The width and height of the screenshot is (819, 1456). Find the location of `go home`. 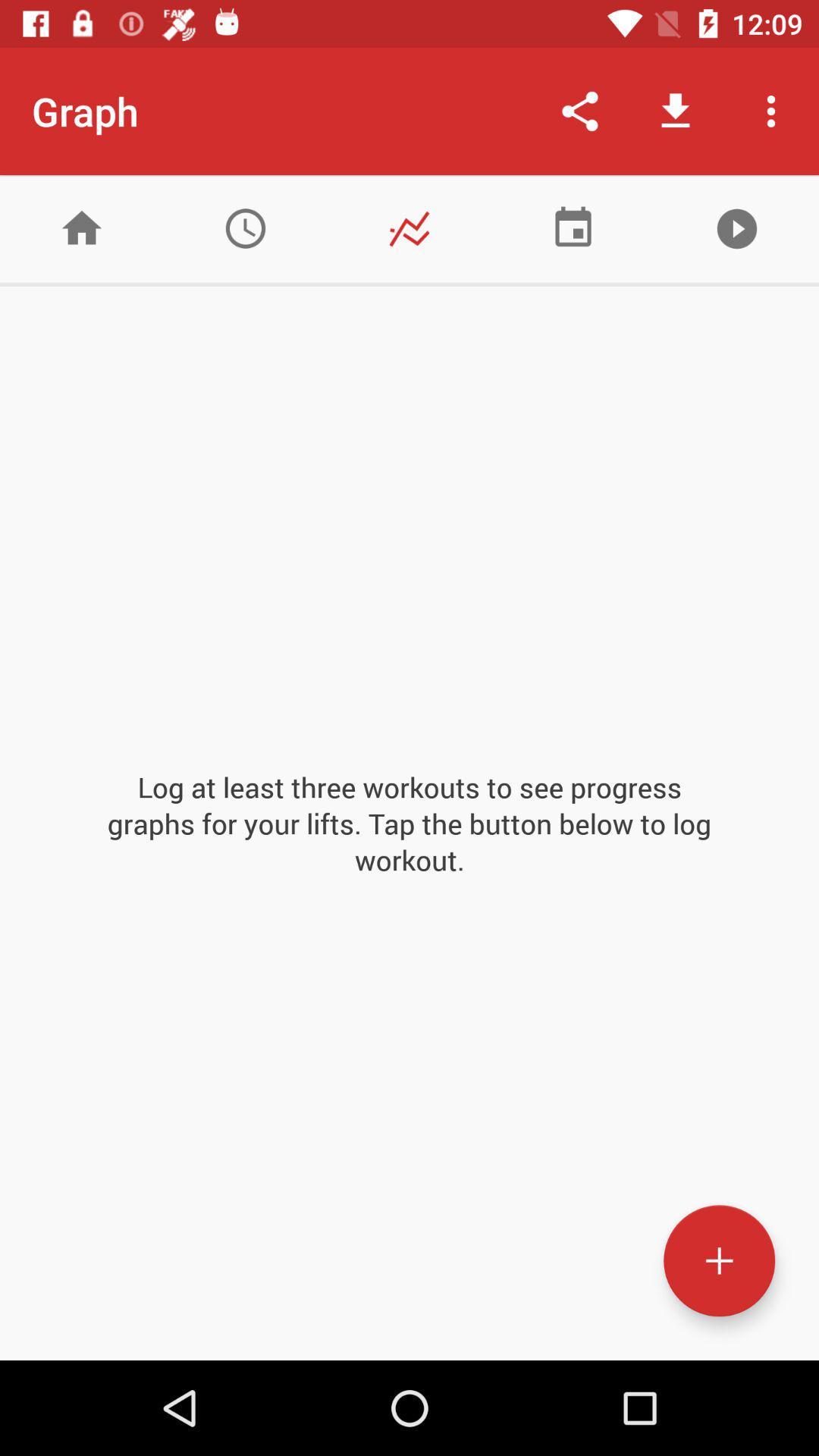

go home is located at coordinates (82, 227).